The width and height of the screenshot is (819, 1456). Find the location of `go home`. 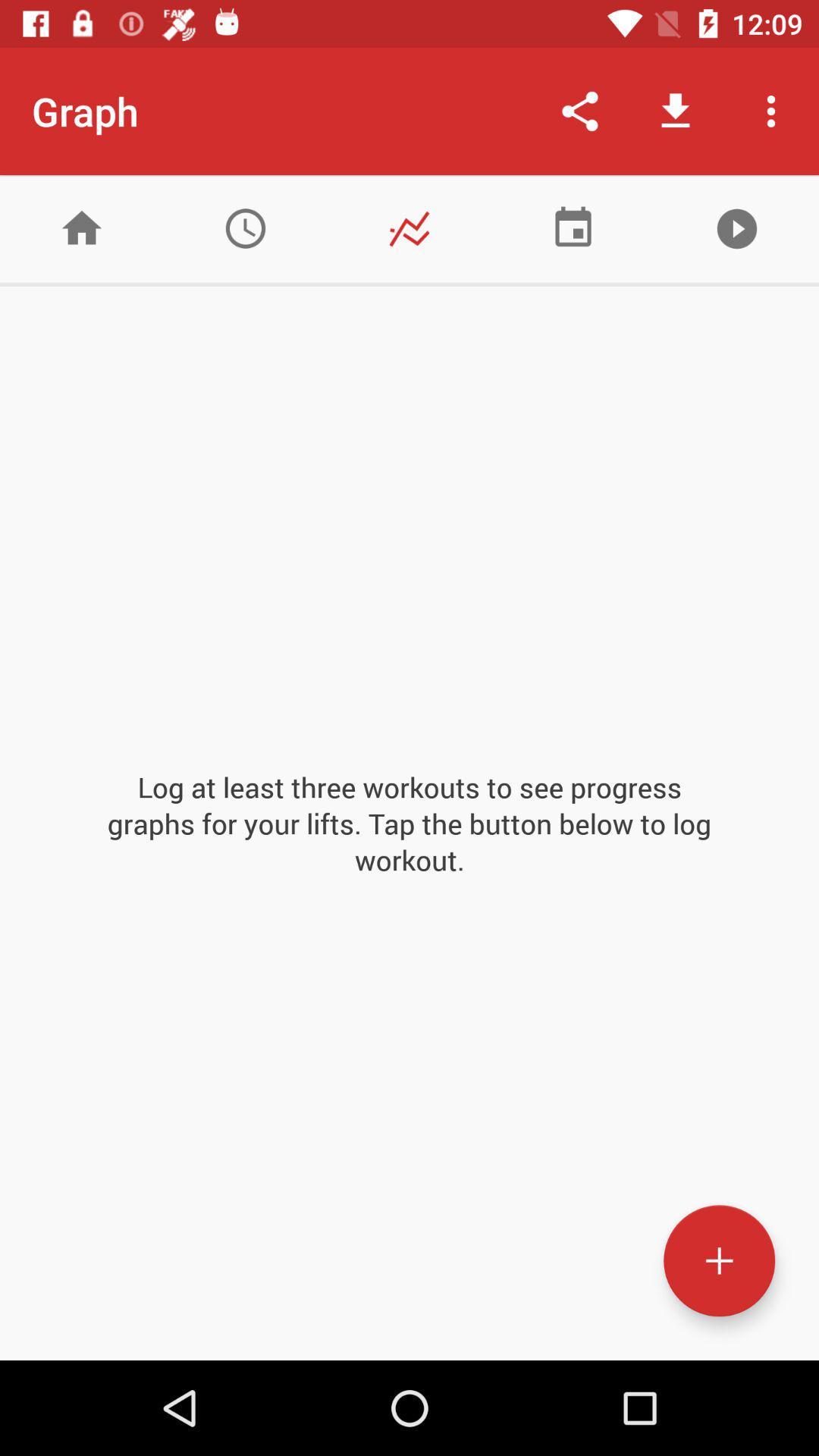

go home is located at coordinates (82, 227).